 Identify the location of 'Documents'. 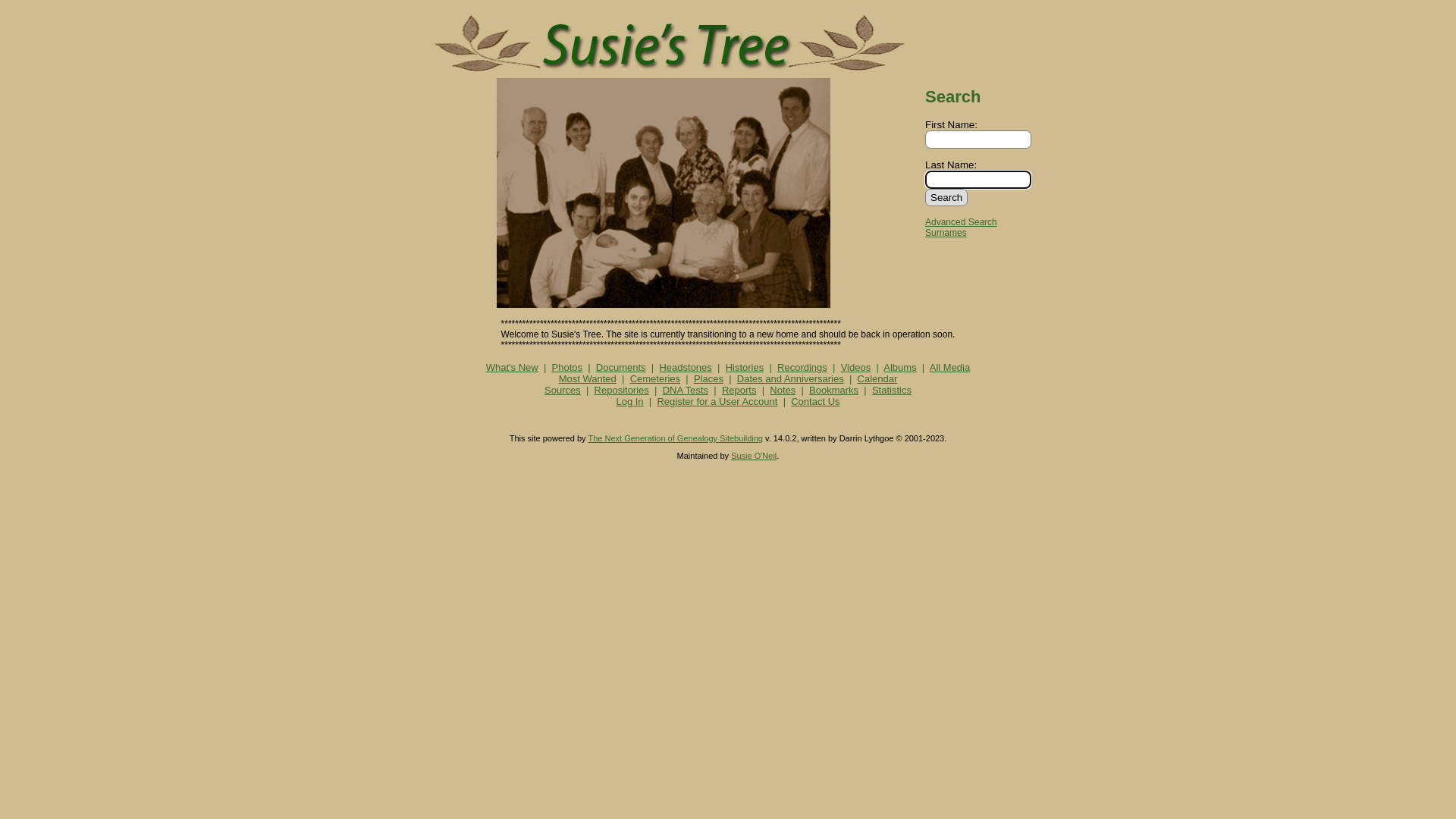
(621, 367).